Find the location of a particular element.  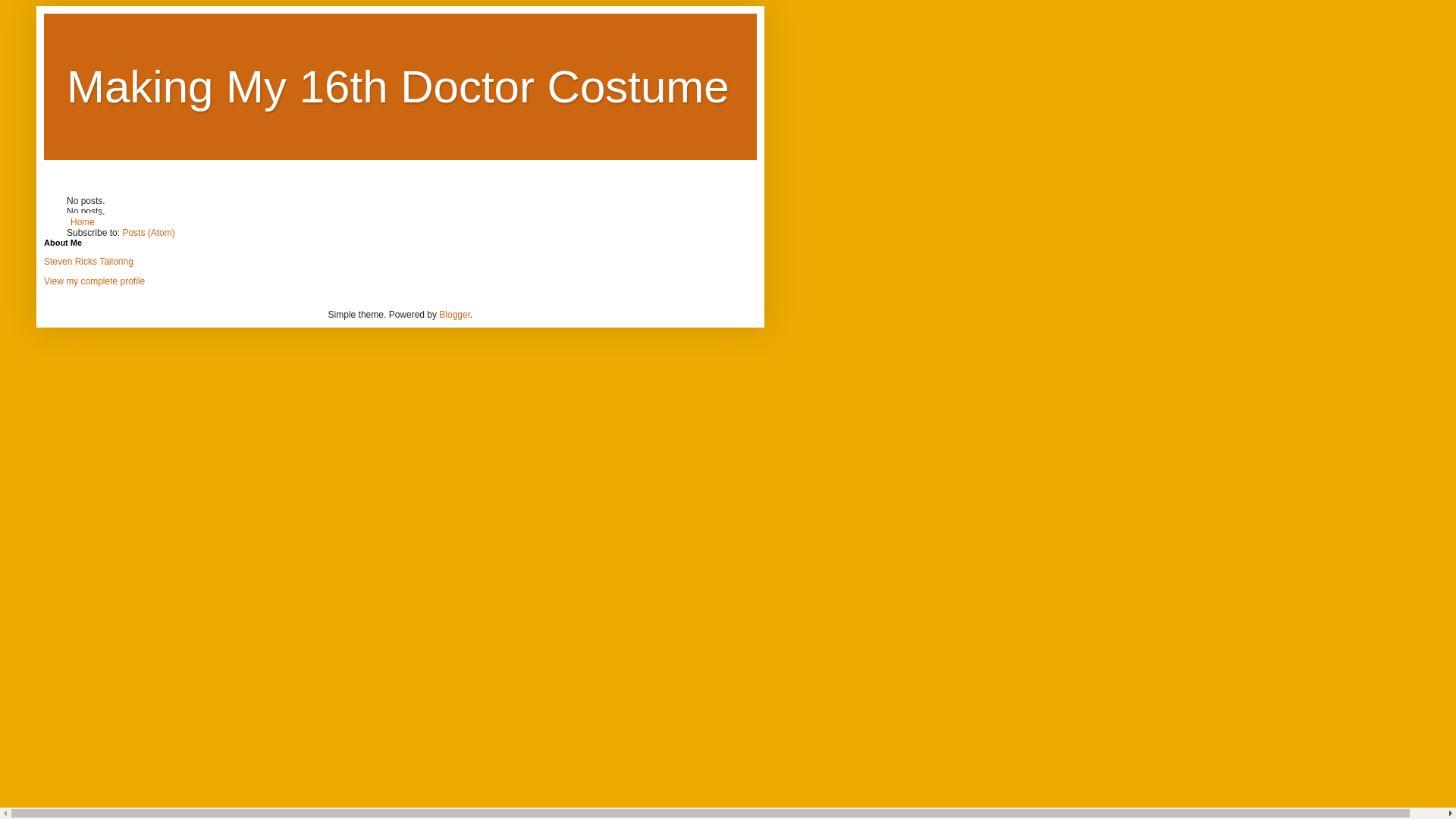

'Steven Ricks Tailoring' is located at coordinates (87, 260).